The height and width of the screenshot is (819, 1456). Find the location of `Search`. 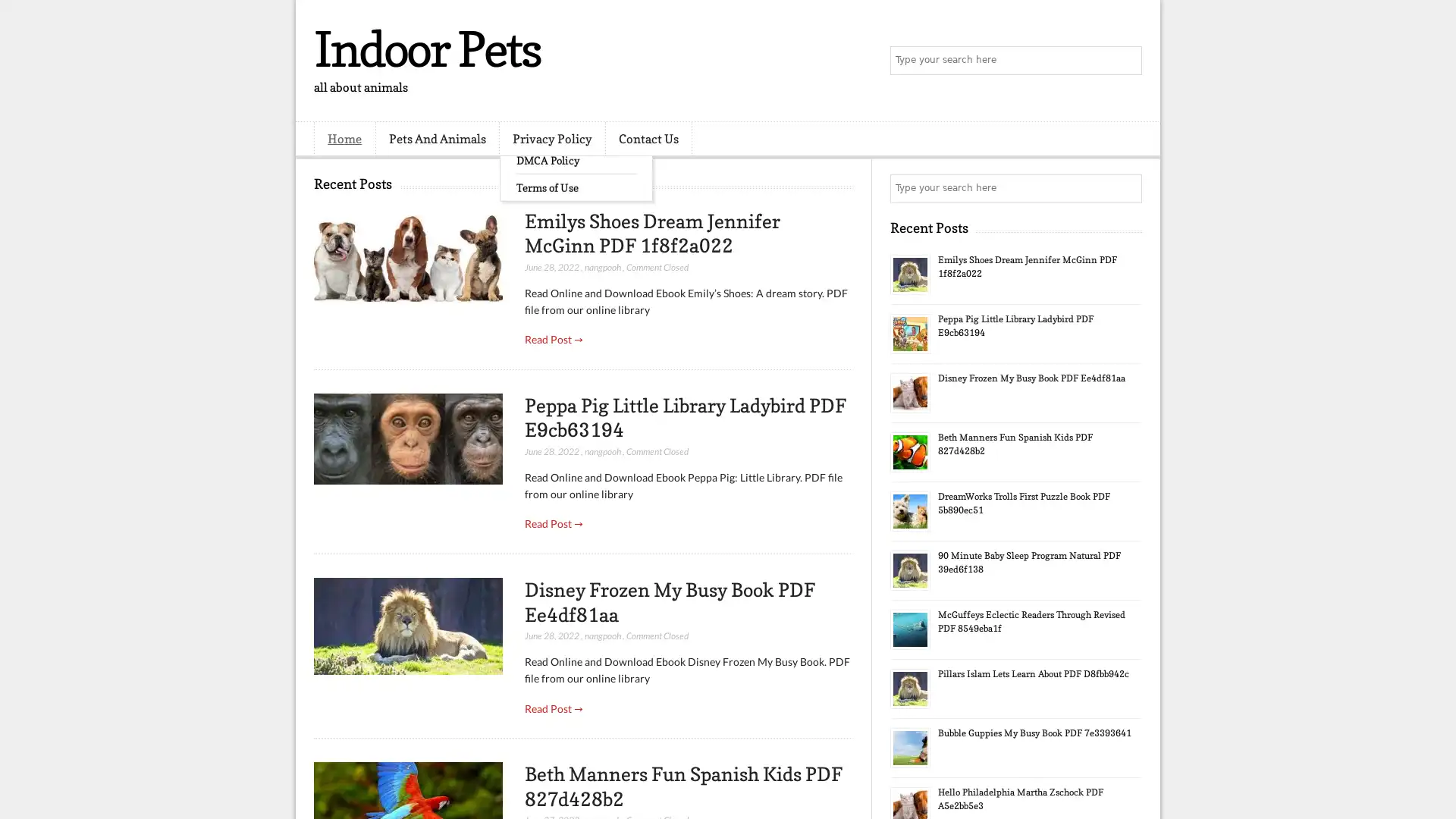

Search is located at coordinates (1126, 61).